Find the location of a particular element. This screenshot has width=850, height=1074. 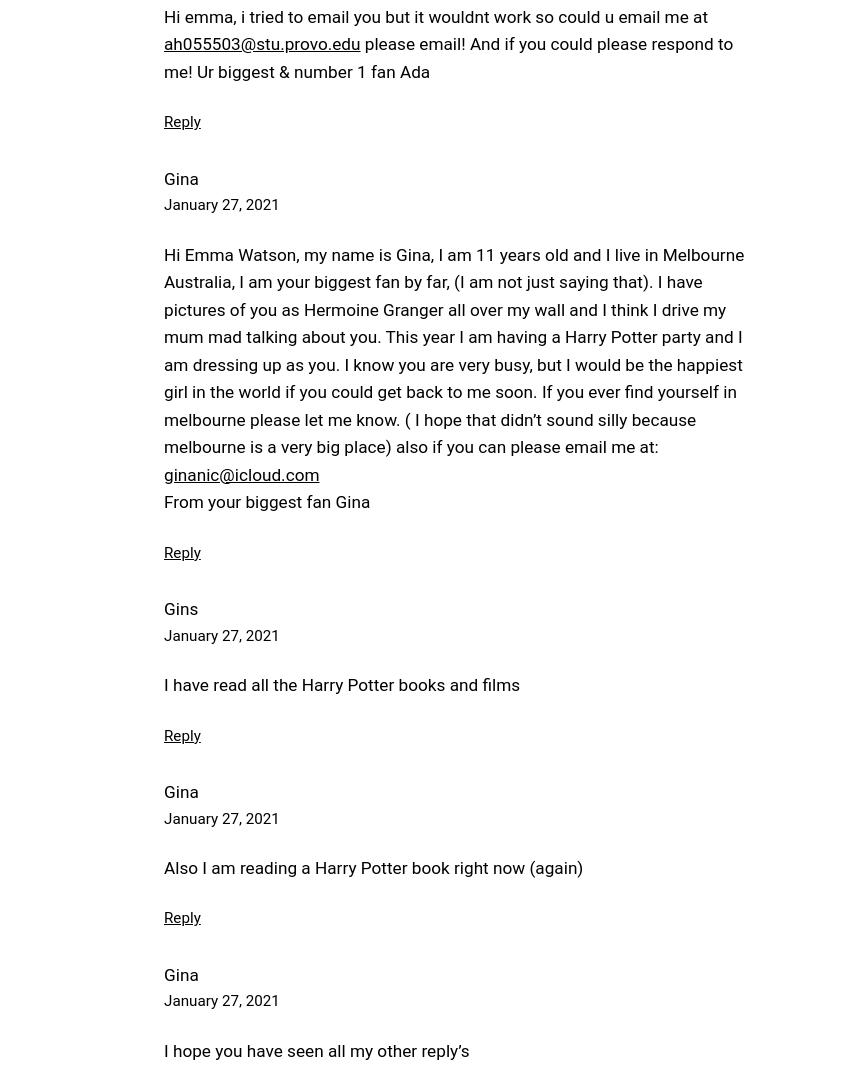

'From your biggest fan Gina' is located at coordinates (265, 501).